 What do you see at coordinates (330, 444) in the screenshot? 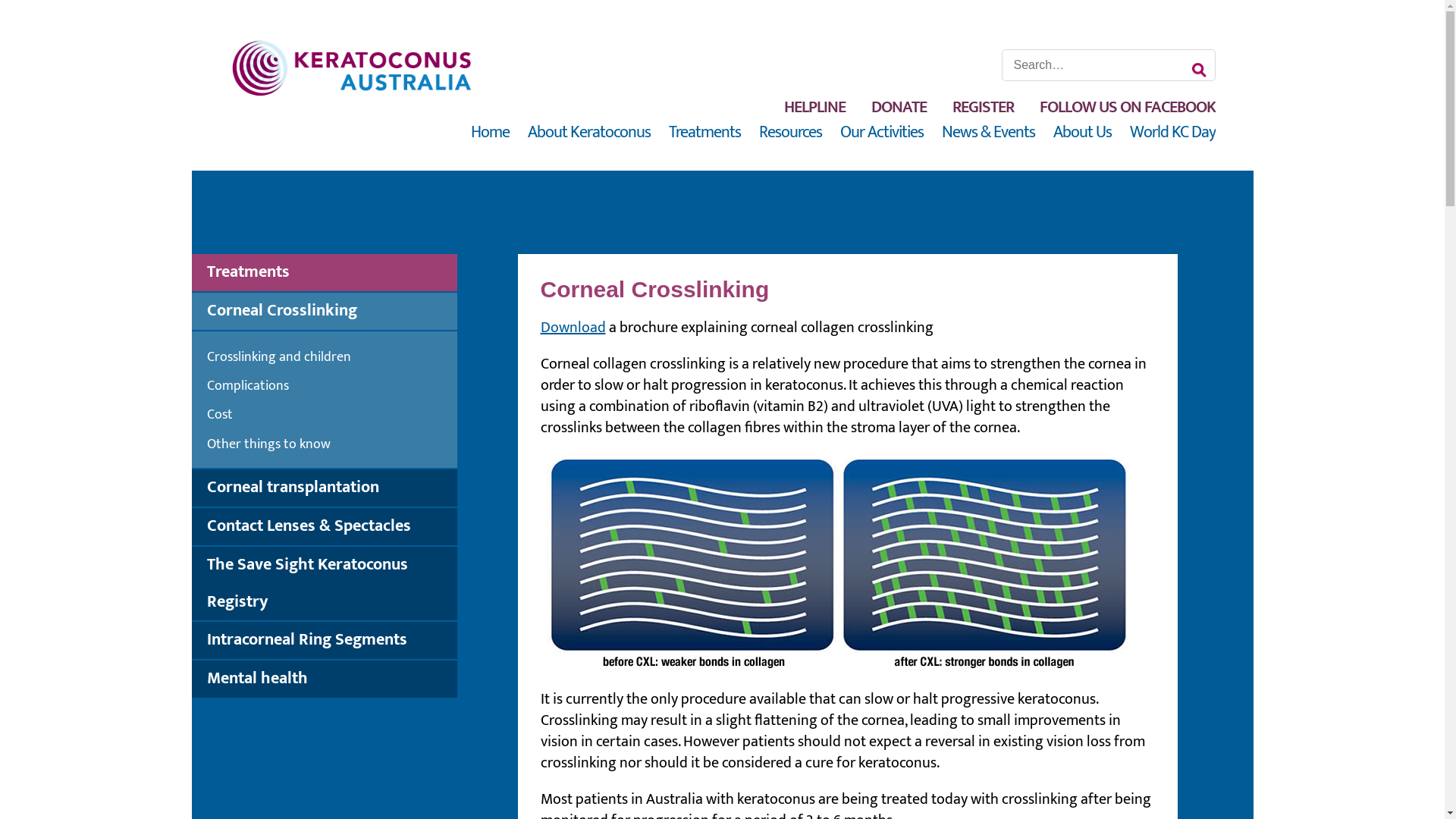
I see `'Other things to know'` at bounding box center [330, 444].